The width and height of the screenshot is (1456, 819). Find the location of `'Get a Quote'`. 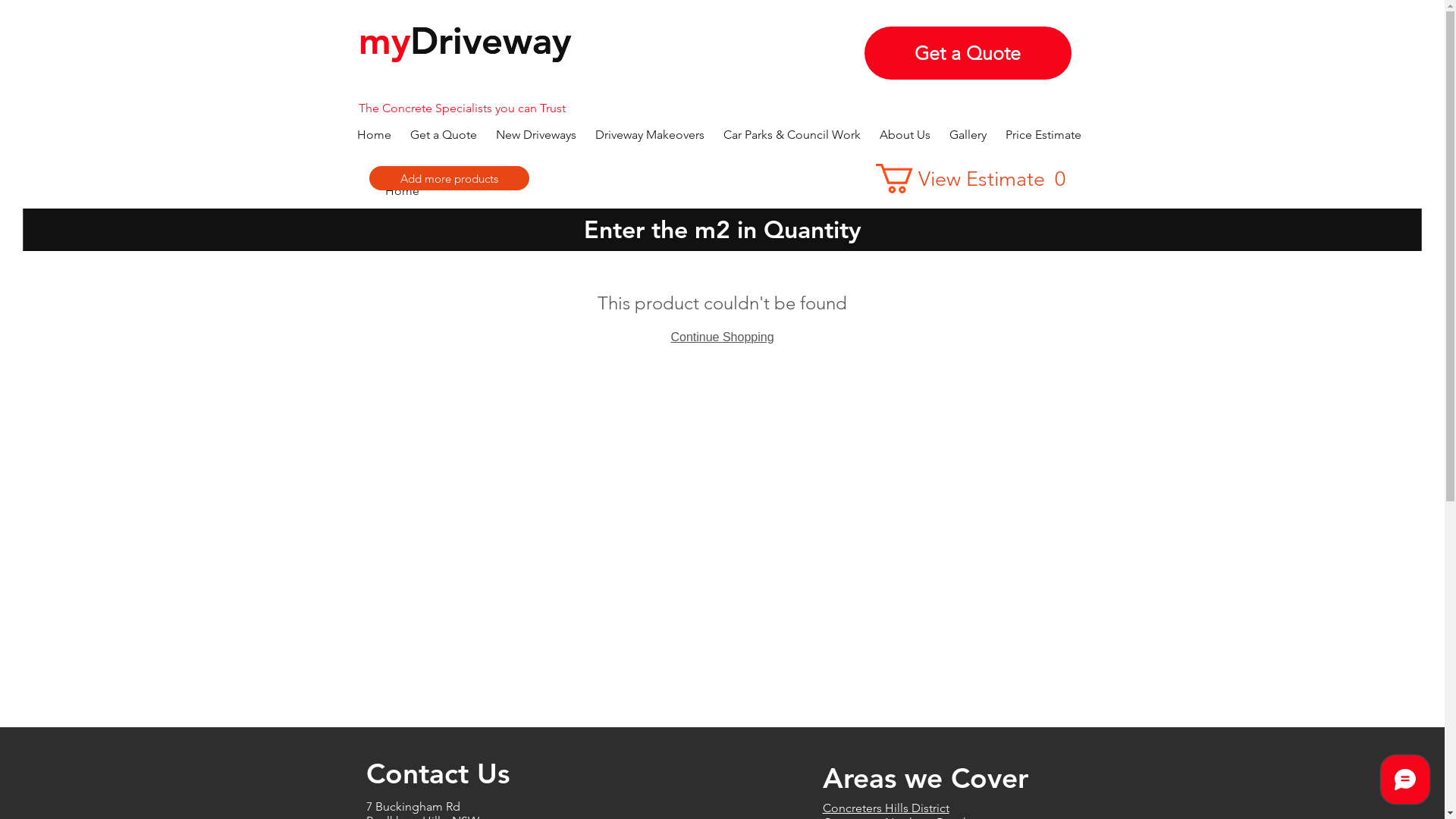

'Get a Quote' is located at coordinates (401, 133).